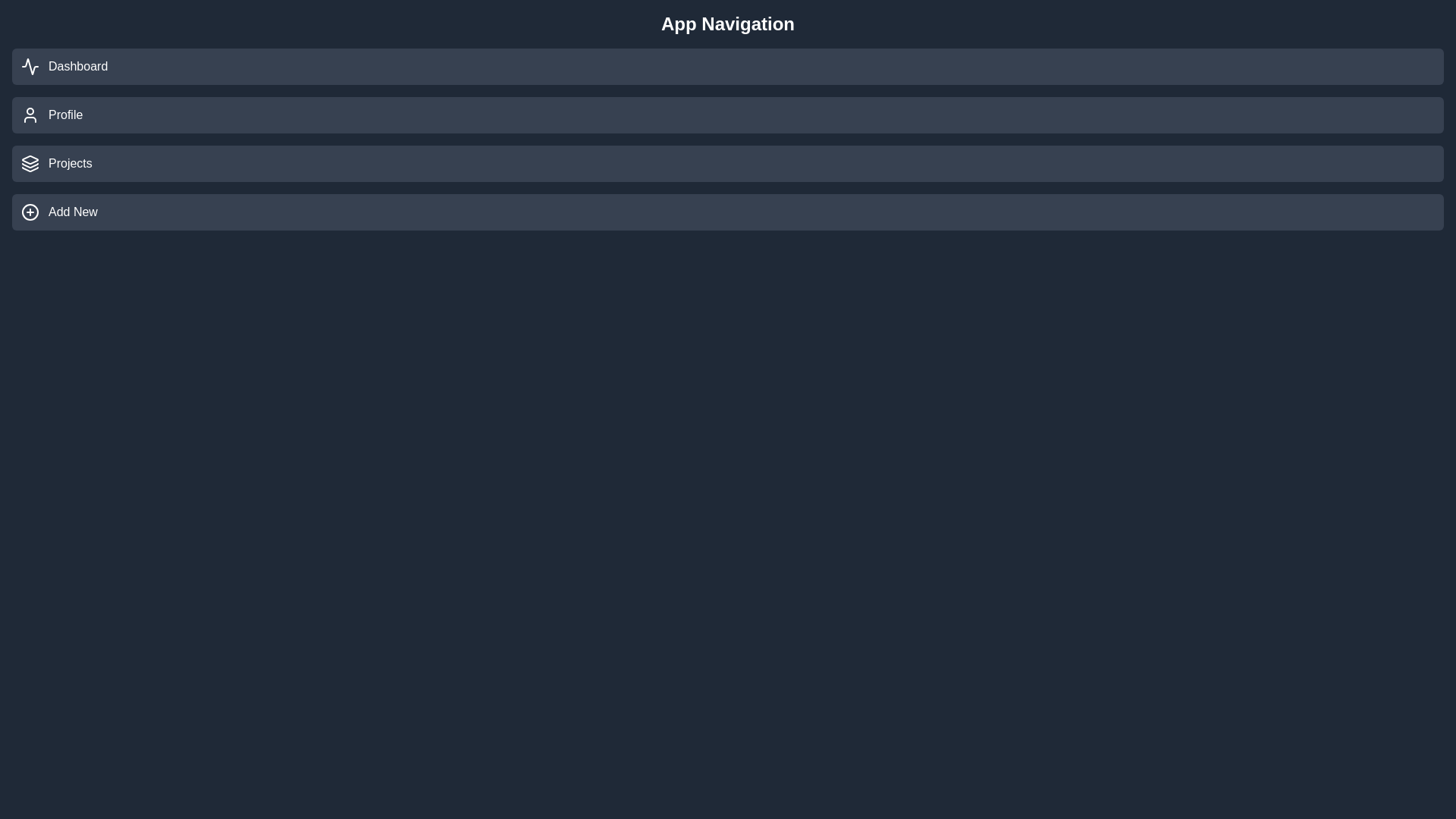 This screenshot has width=1456, height=819. I want to click on the circular Icon Button with a plus sign located at the leftmost position of the 'Add New' navigation menu, so click(30, 212).